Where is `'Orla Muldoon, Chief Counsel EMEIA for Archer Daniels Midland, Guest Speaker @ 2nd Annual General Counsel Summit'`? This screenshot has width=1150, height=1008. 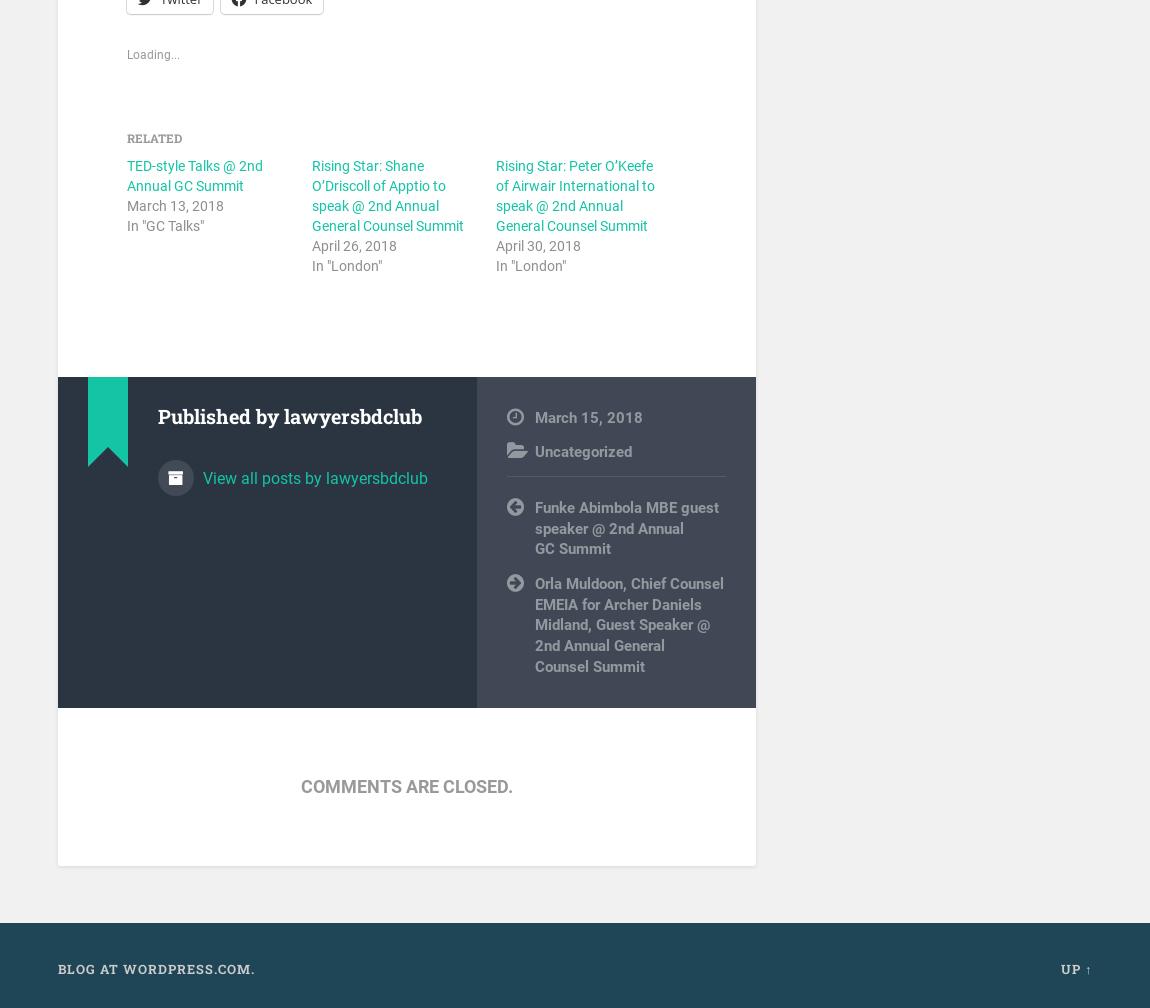 'Orla Muldoon, Chief Counsel EMEIA for Archer Daniels Midland, Guest Speaker @ 2nd Annual General Counsel Summit' is located at coordinates (627, 624).